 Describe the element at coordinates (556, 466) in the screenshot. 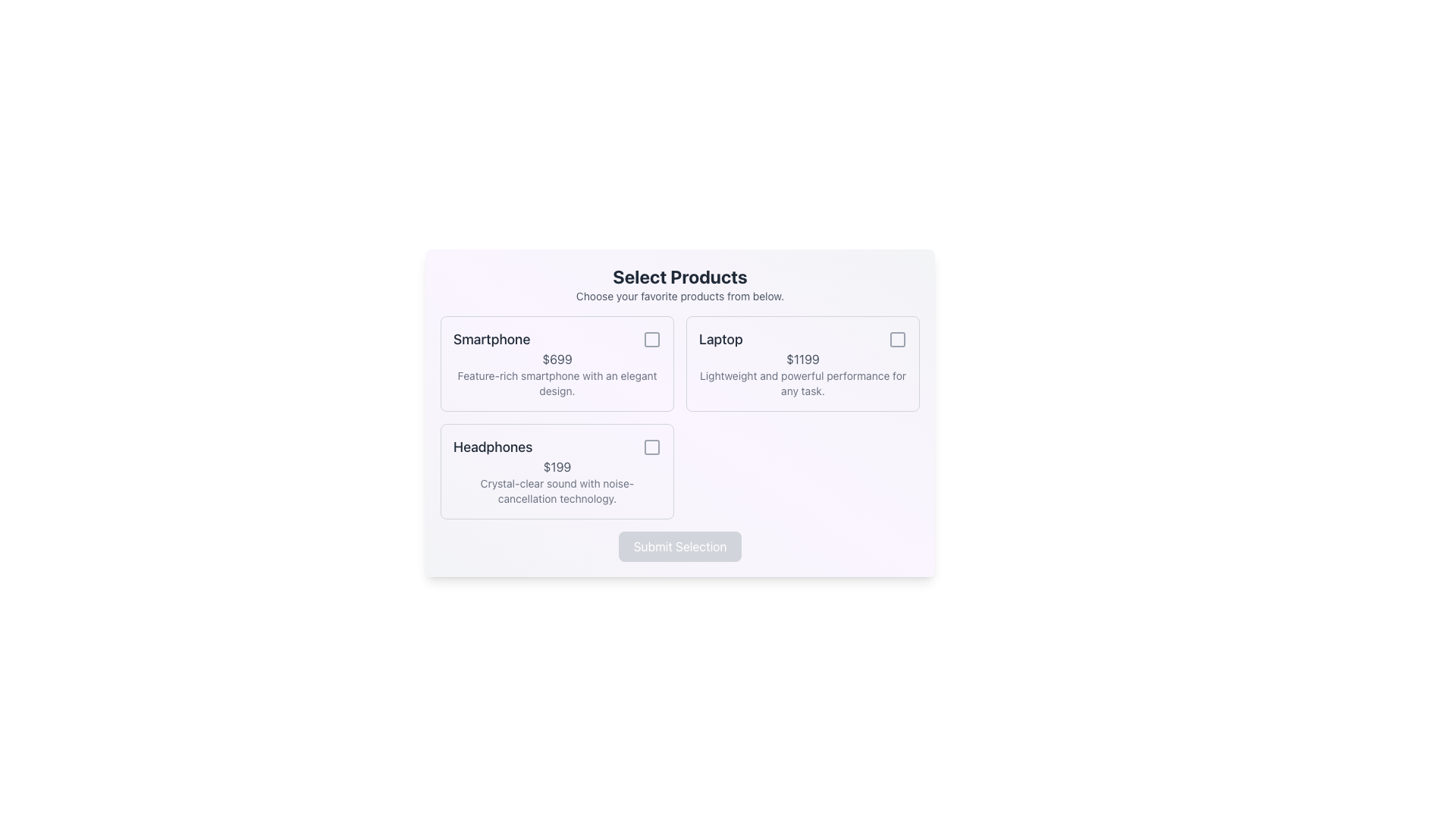

I see `the price label displaying '$199' in medium gray text, located in the 'Headphones' section, between the title 'Headphones' and the description 'Crystal-clear sound with noise-cancellation technology.'` at that location.